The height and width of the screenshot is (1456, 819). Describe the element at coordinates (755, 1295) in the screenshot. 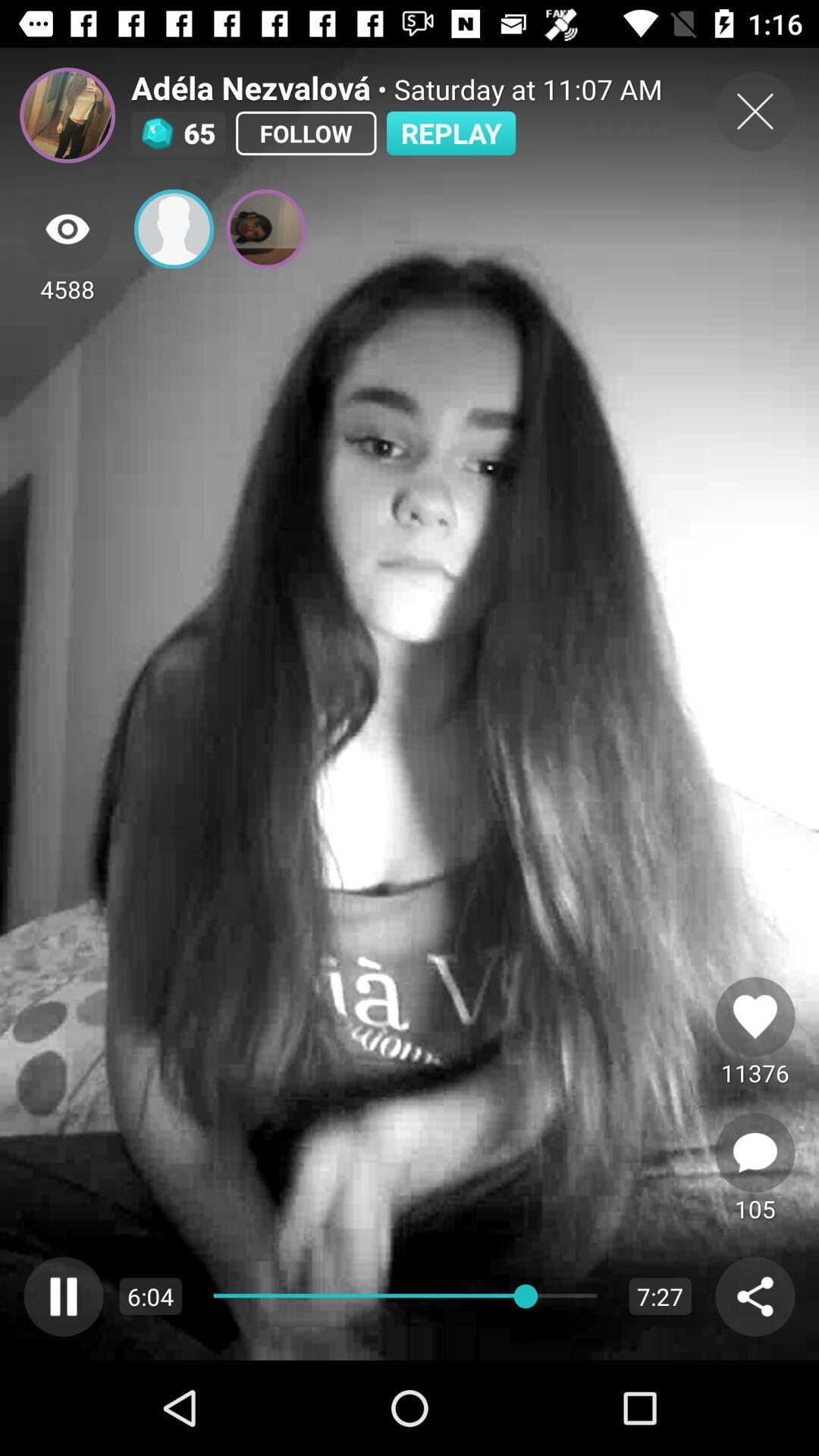

I see `share` at that location.